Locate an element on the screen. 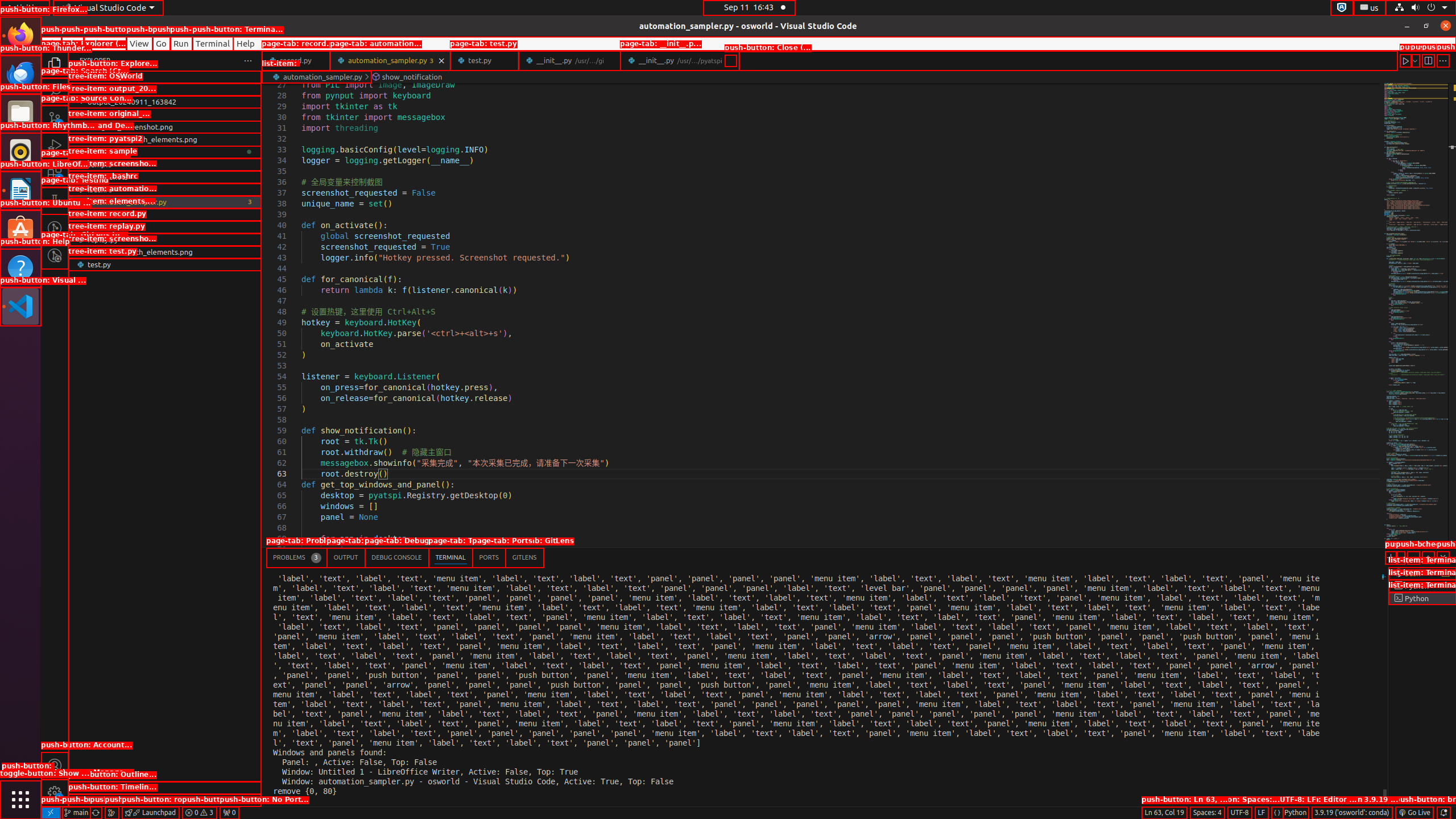 This screenshot has height=819, width=1456. 'Spaces: 4' is located at coordinates (1206, 812).